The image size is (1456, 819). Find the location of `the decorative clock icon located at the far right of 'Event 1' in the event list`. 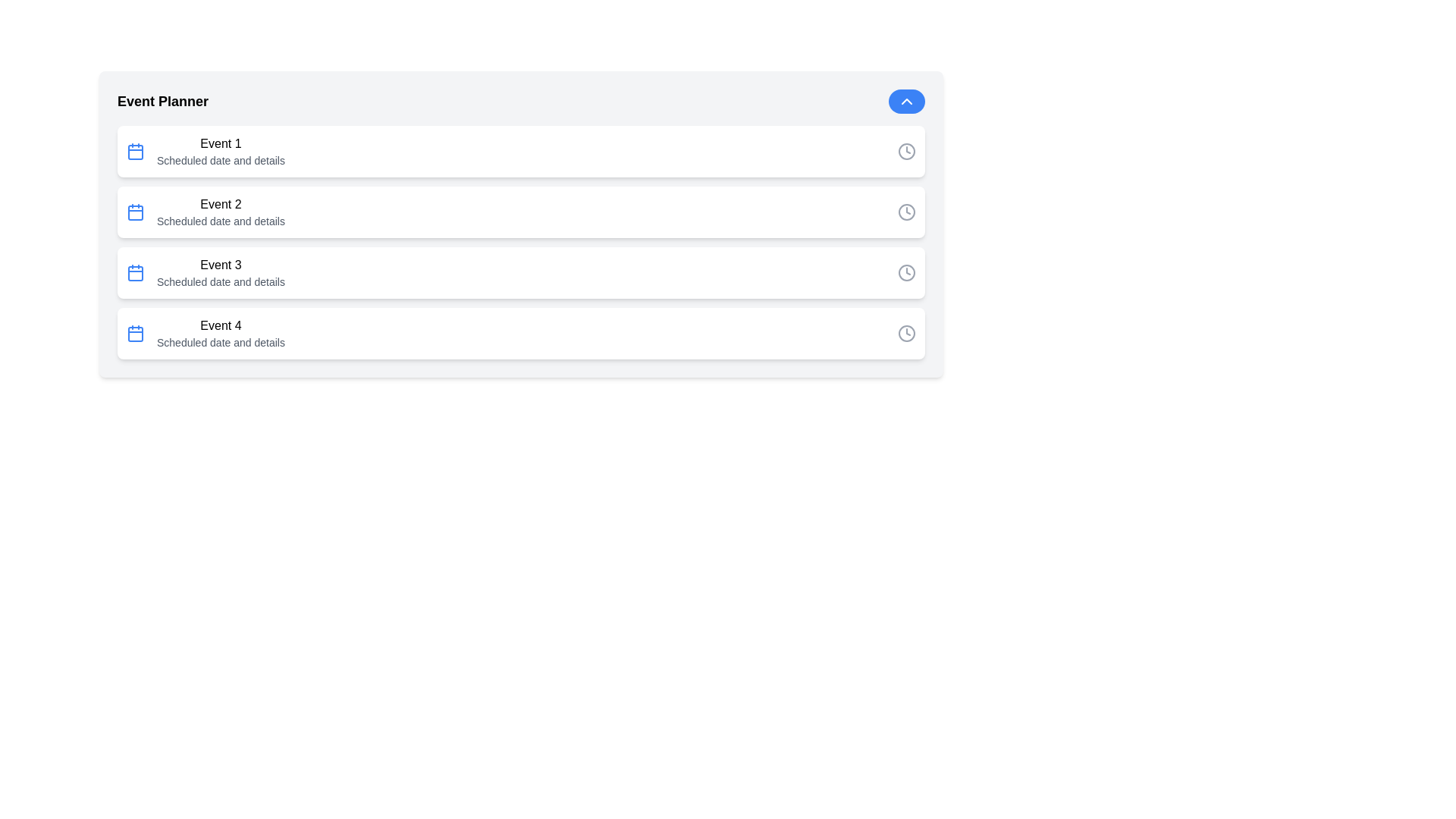

the decorative clock icon located at the far right of 'Event 1' in the event list is located at coordinates (906, 152).